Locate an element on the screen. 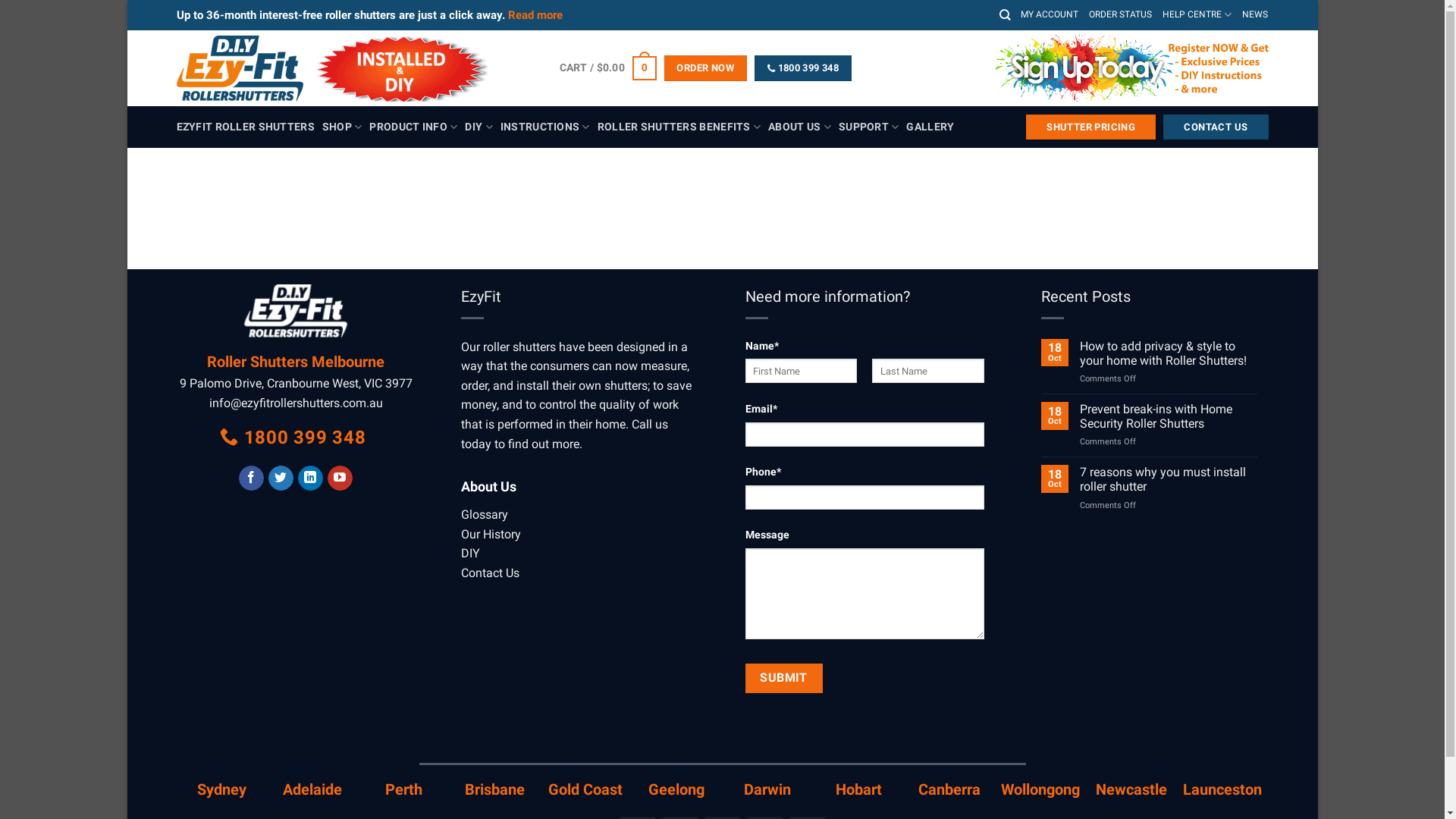  'Darwin' is located at coordinates (743, 789).